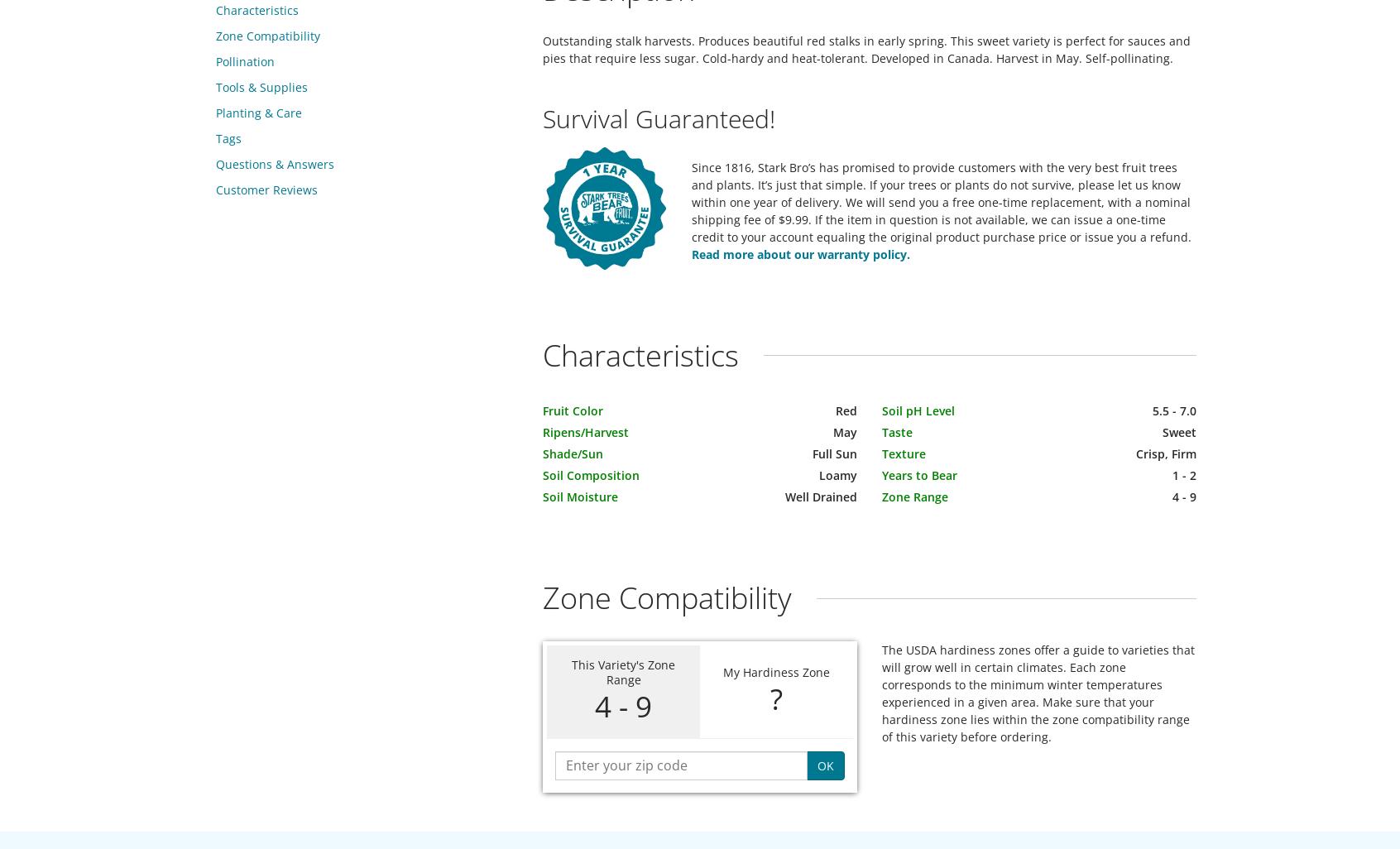 This screenshot has width=1400, height=849. Describe the element at coordinates (266, 189) in the screenshot. I see `'Customer Reviews'` at that location.